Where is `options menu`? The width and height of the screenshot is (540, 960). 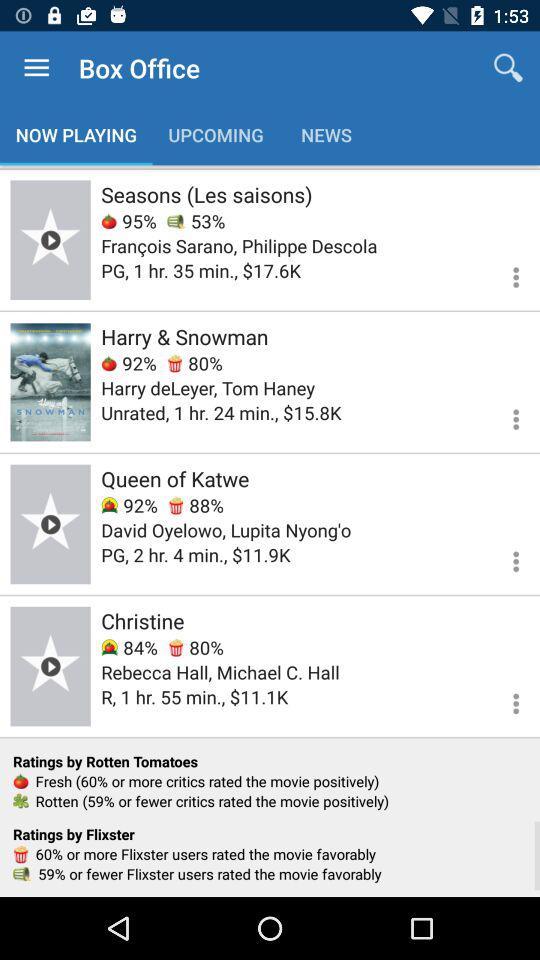 options menu is located at coordinates (503, 273).